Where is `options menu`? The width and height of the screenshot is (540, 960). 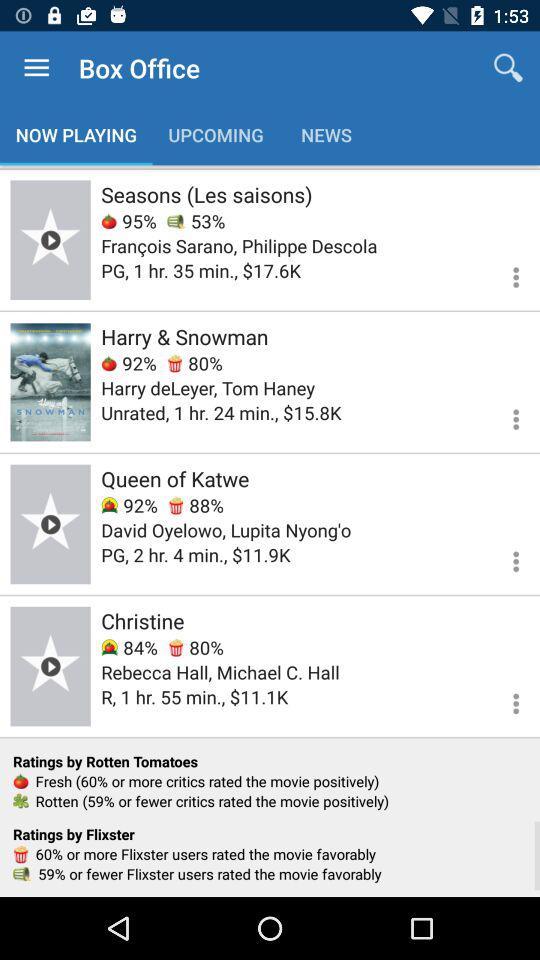 options menu is located at coordinates (503, 273).